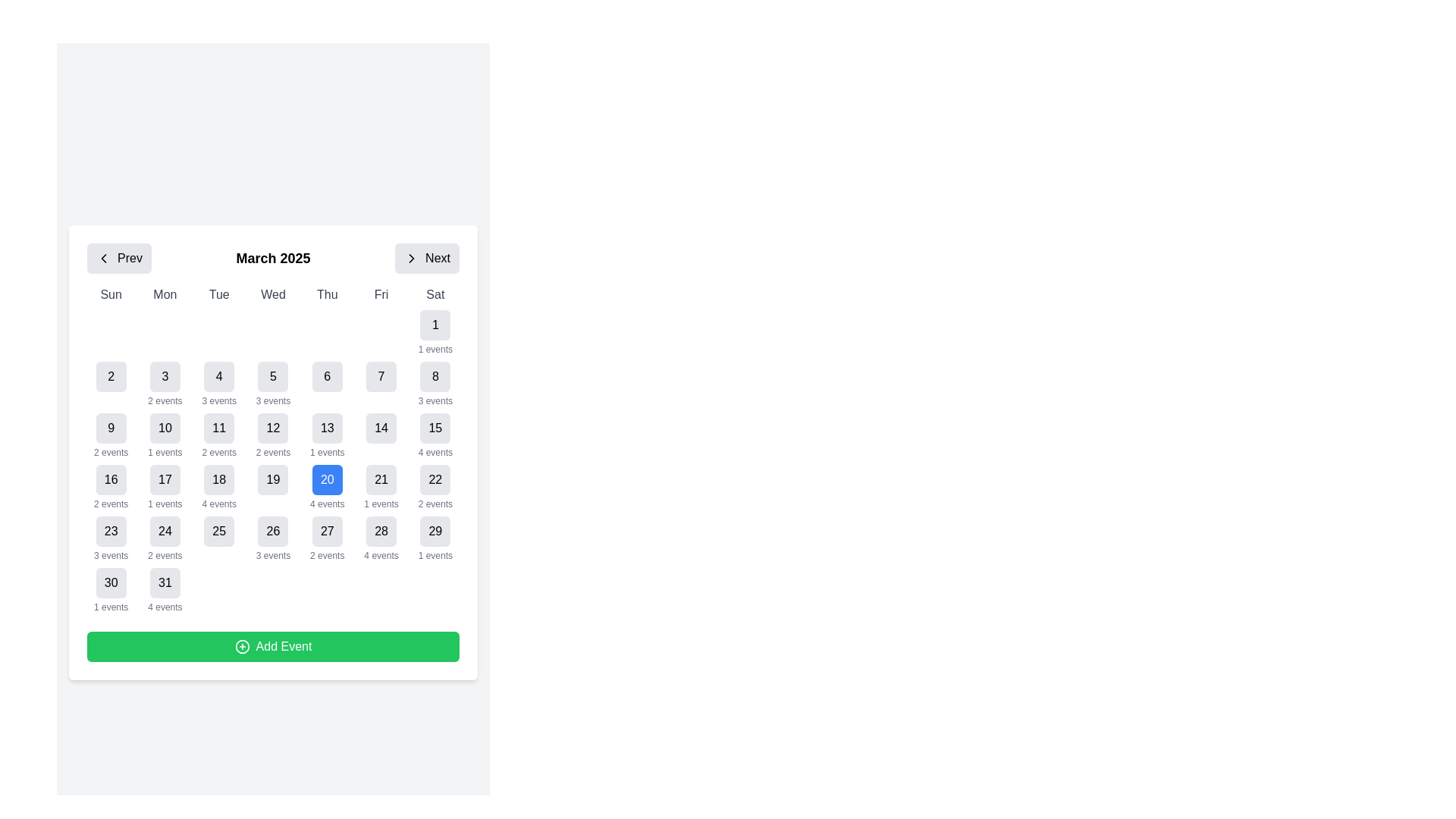 The image size is (1456, 819). What do you see at coordinates (110, 488) in the screenshot?
I see `the Date cell displaying '16' in bold within the calendar grid` at bounding box center [110, 488].